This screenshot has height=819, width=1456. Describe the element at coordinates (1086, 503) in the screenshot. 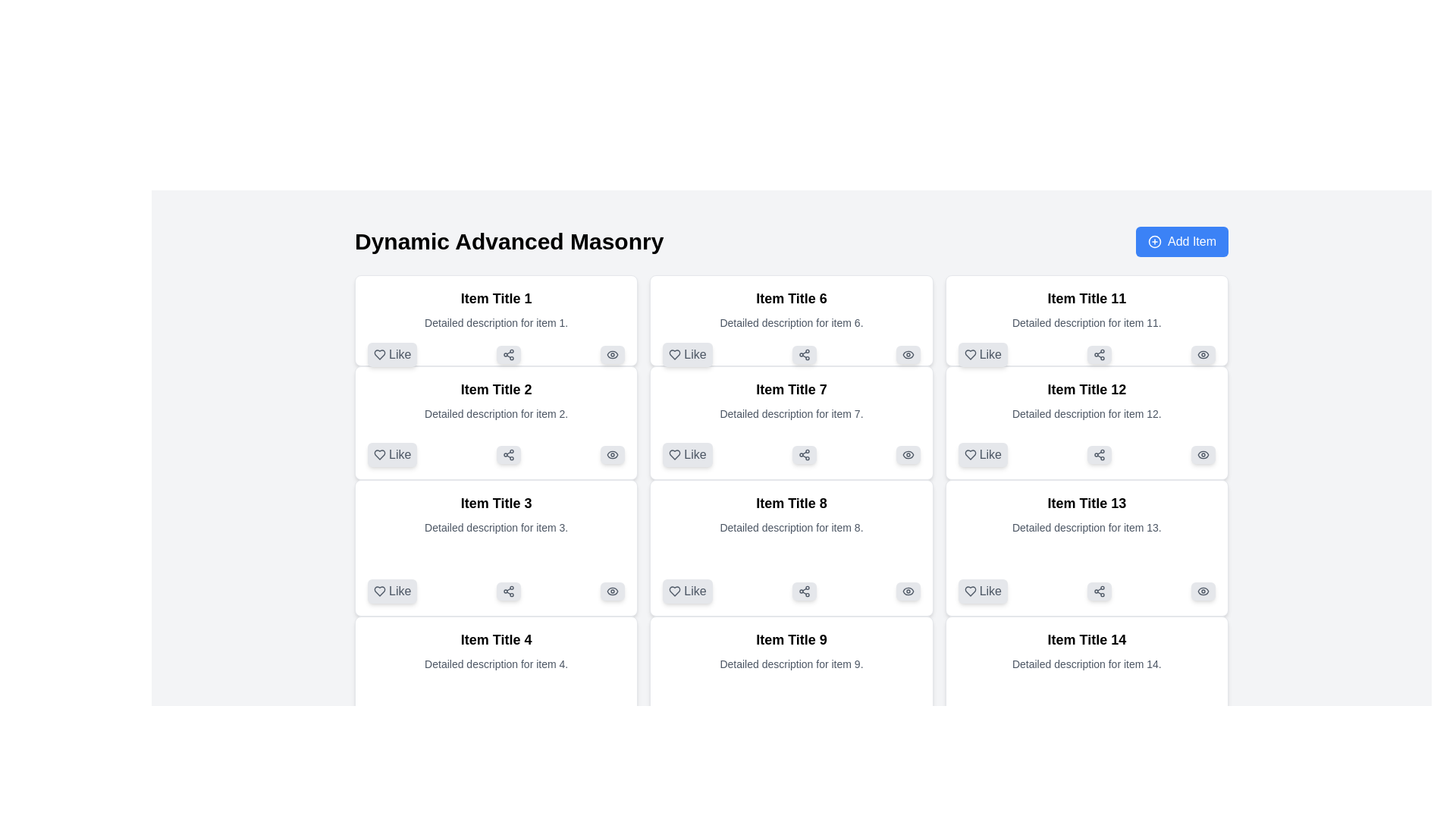

I see `the Text element serving as the title for the item in the grid layout, located in the bottom row and second column from the right` at that location.